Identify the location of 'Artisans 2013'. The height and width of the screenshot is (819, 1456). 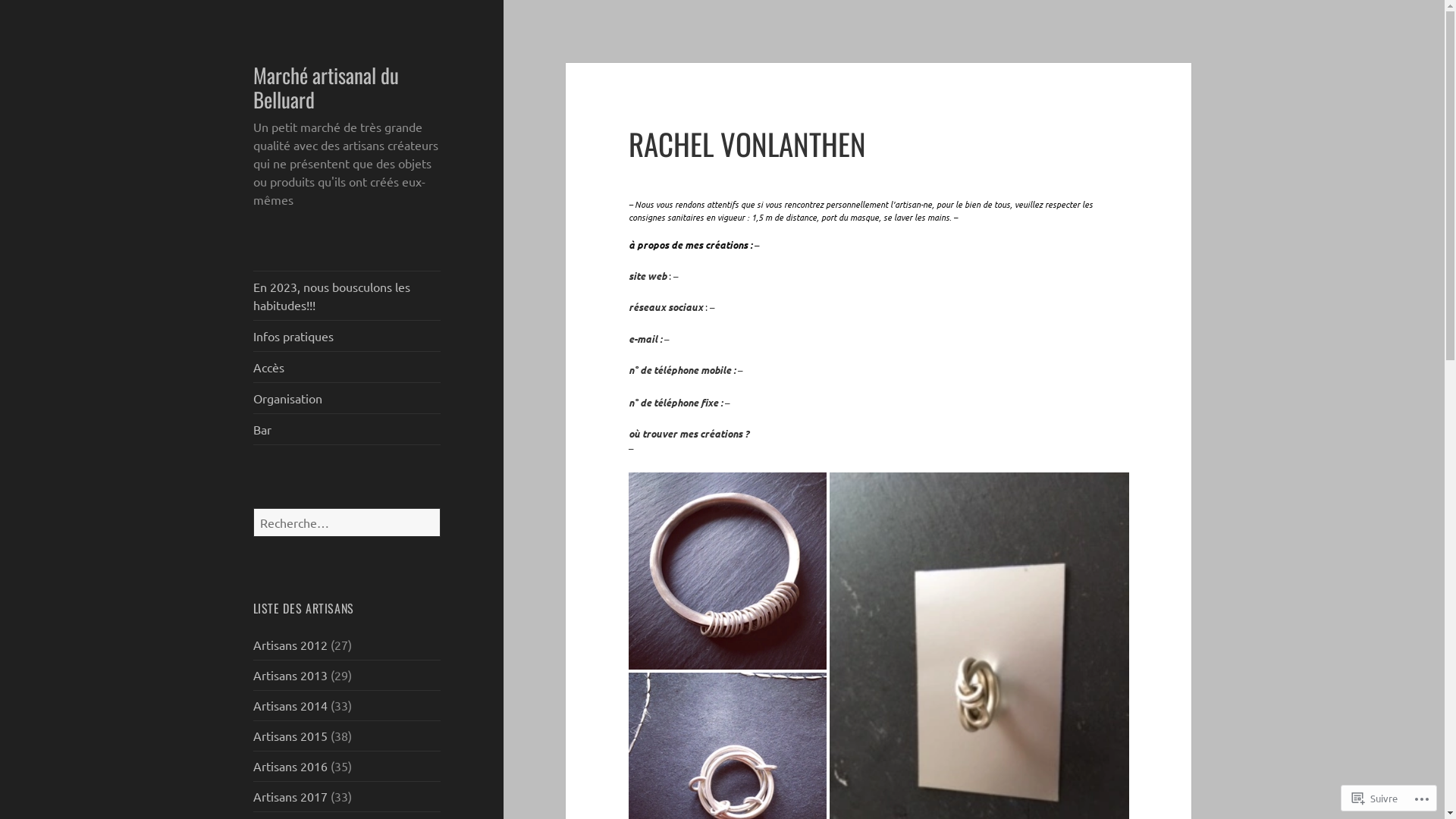
(290, 674).